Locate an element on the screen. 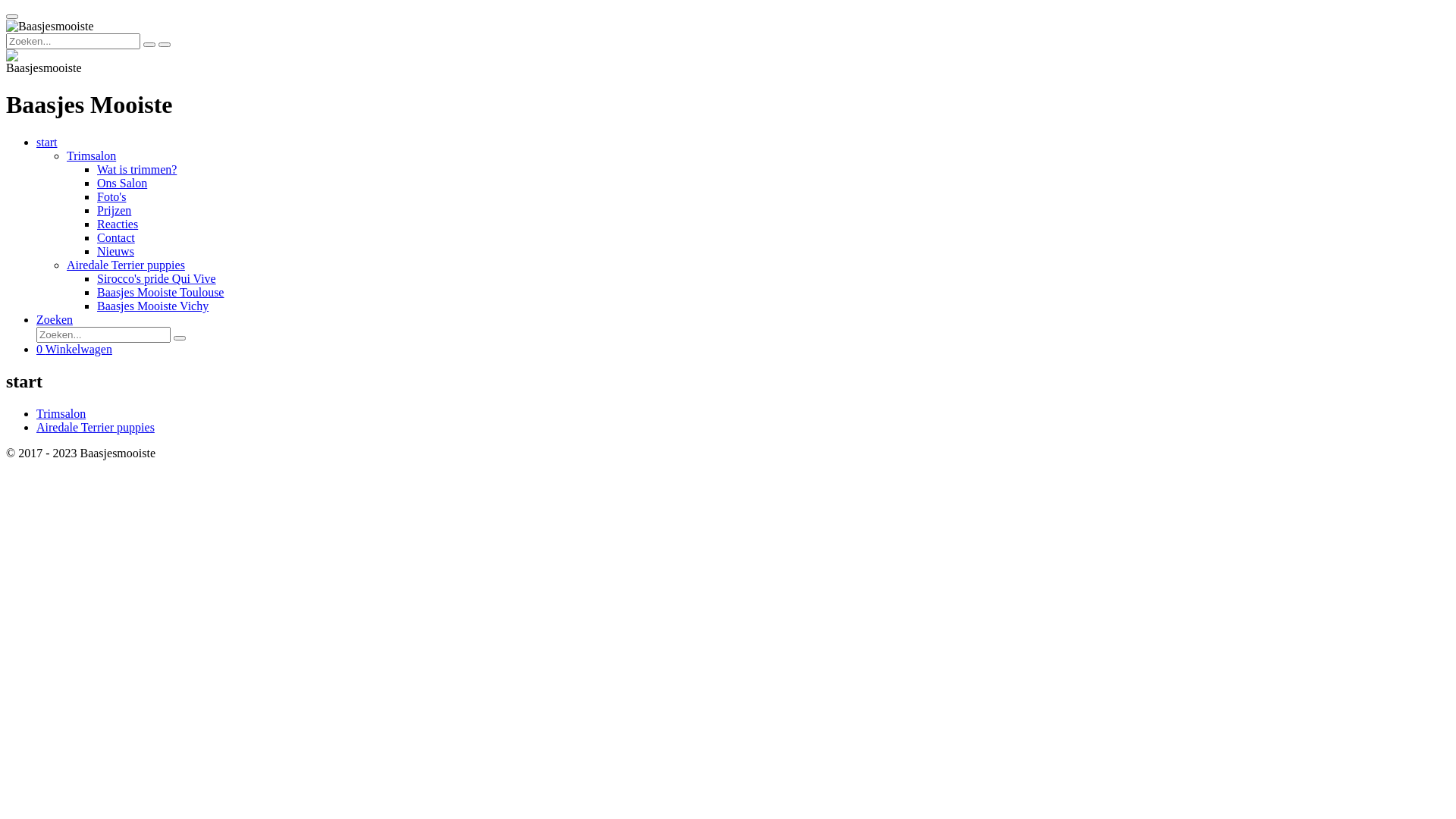 This screenshot has width=1456, height=819. 'Trimsalon' is located at coordinates (61, 413).